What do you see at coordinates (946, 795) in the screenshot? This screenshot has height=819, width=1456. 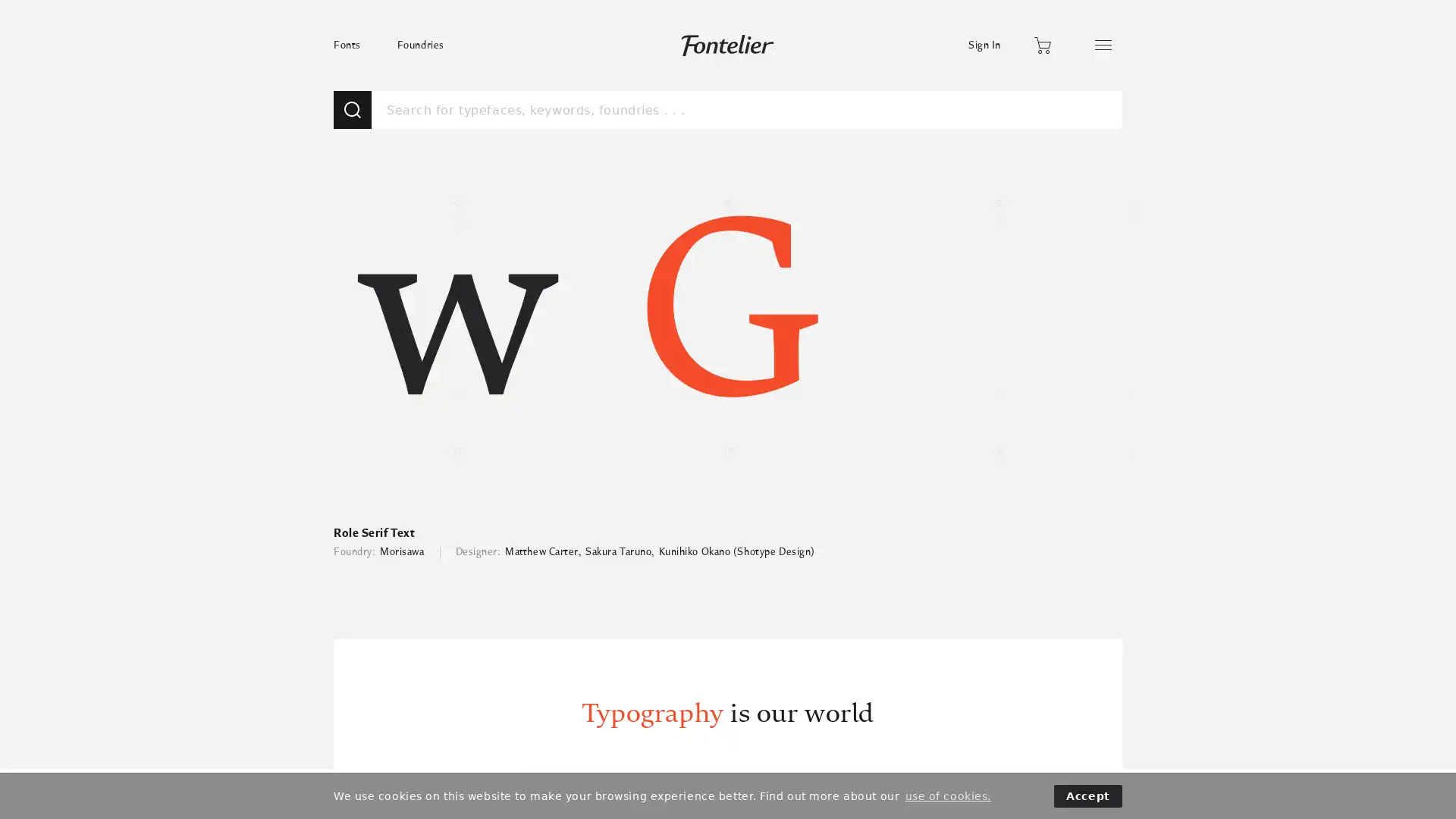 I see `learn more about cookies` at bounding box center [946, 795].